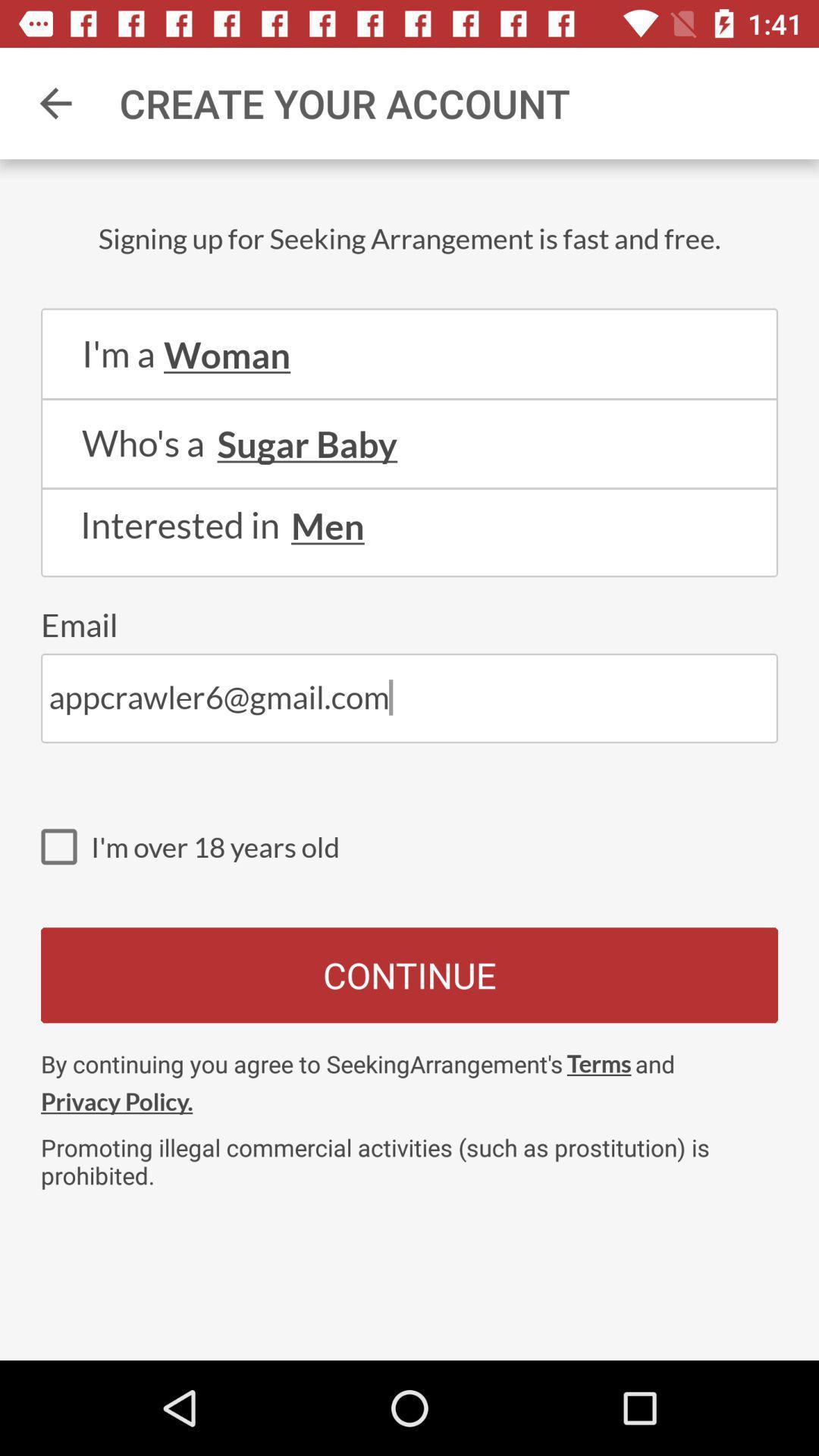 This screenshot has width=819, height=1456. Describe the element at coordinates (55, 102) in the screenshot. I see `the icon to the left of the create your account app` at that location.